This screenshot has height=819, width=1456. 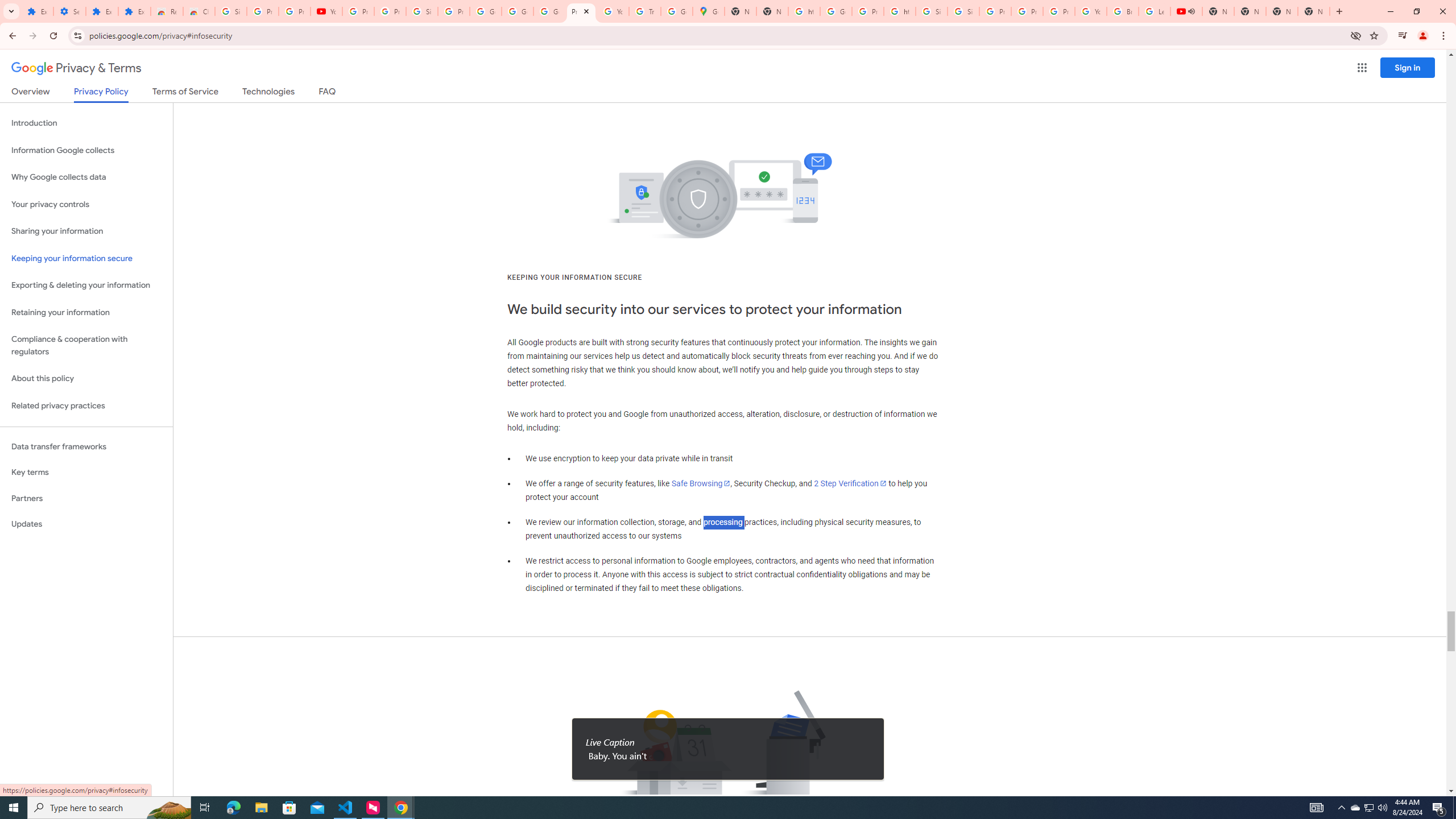 I want to click on 'YouTube', so click(x=614, y=11).